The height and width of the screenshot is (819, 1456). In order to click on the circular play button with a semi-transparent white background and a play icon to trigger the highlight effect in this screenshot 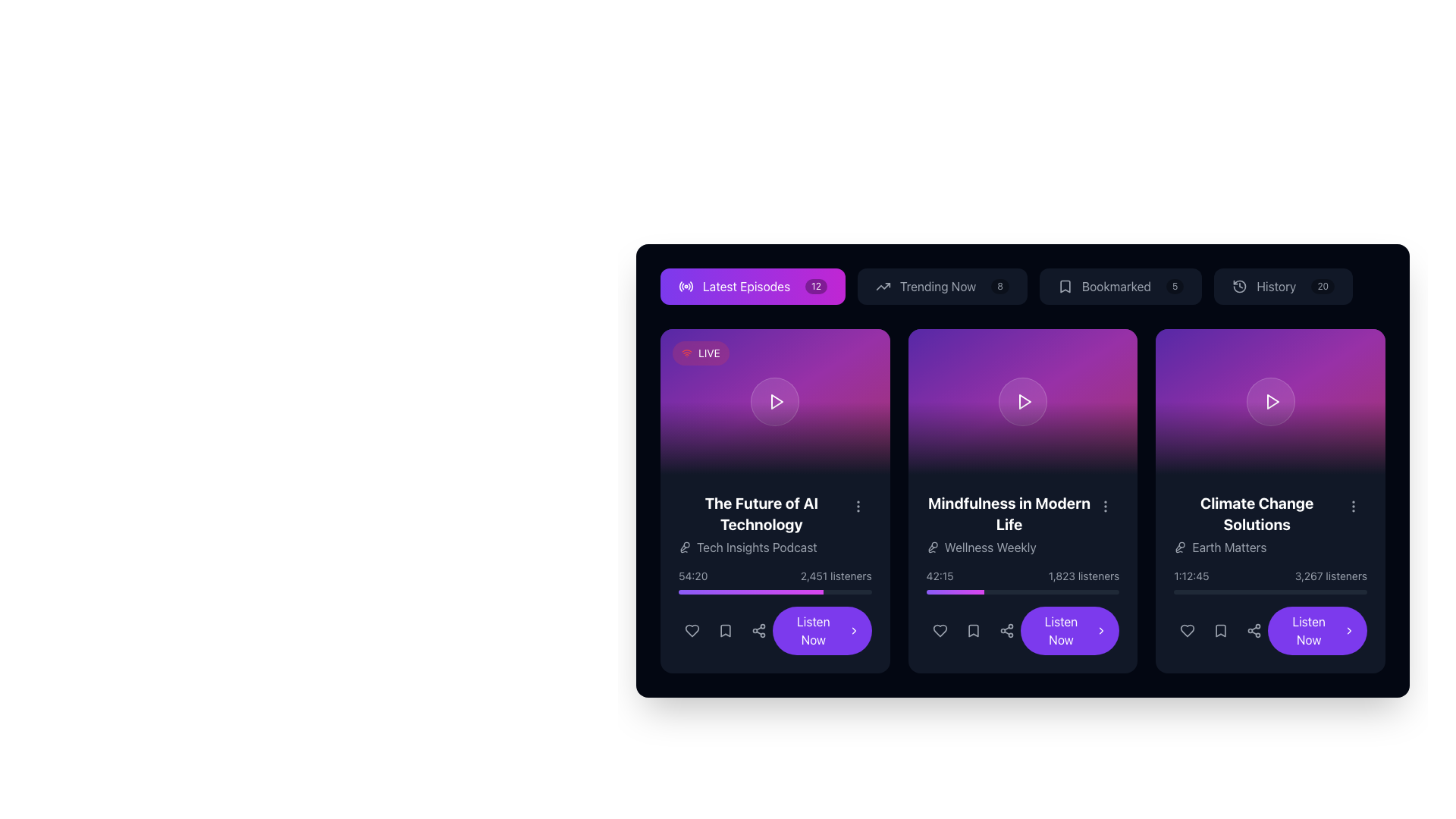, I will do `click(1270, 400)`.